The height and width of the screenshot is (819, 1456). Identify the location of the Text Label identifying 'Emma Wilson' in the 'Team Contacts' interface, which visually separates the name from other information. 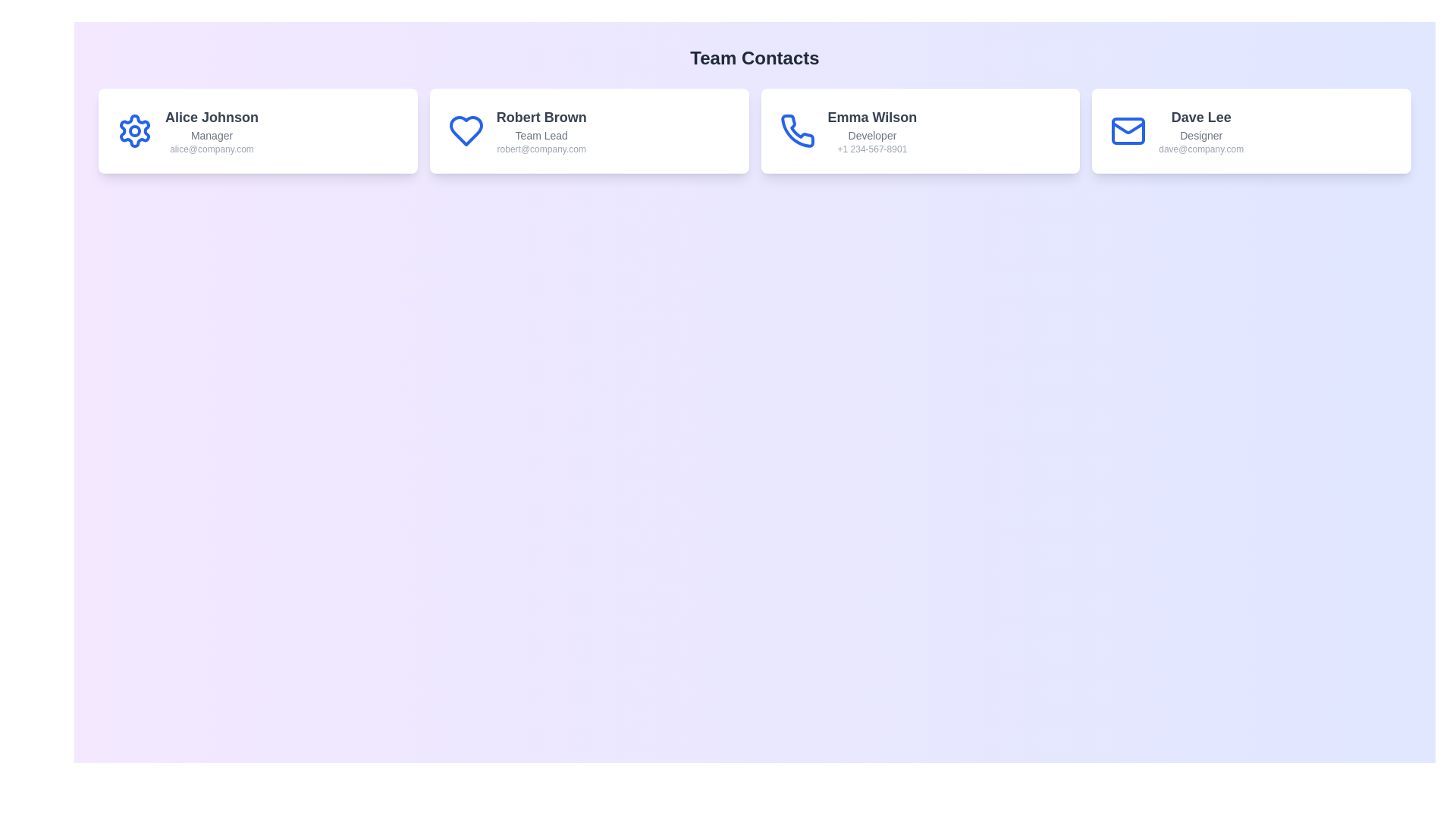
(872, 116).